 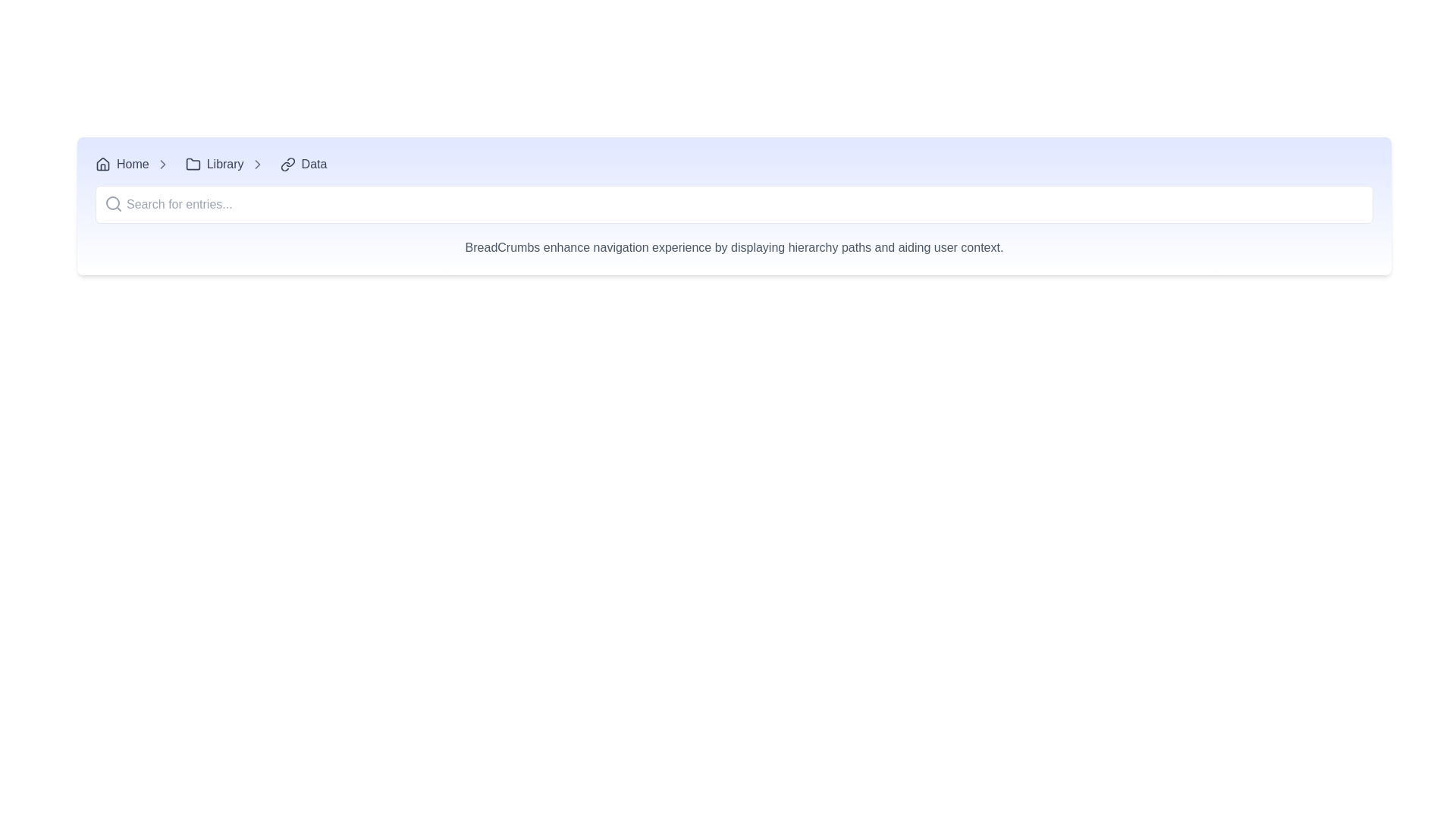 What do you see at coordinates (192, 164) in the screenshot?
I see `the Library icon in the breadcrumb navigation bar, which is located between the Home and Library labels` at bounding box center [192, 164].